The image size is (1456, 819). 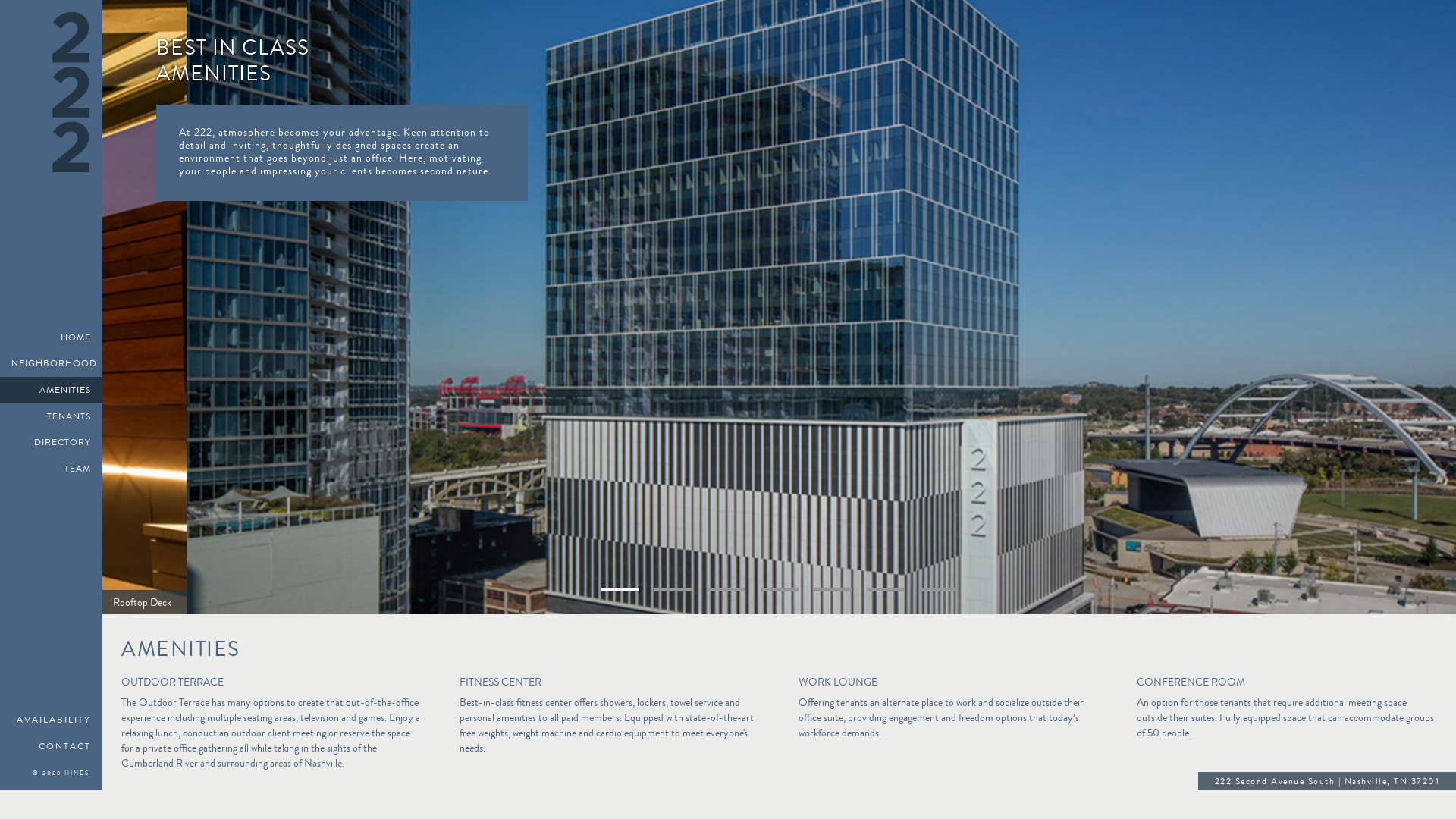 I want to click on 'DIRECTORY', so click(x=51, y=442).